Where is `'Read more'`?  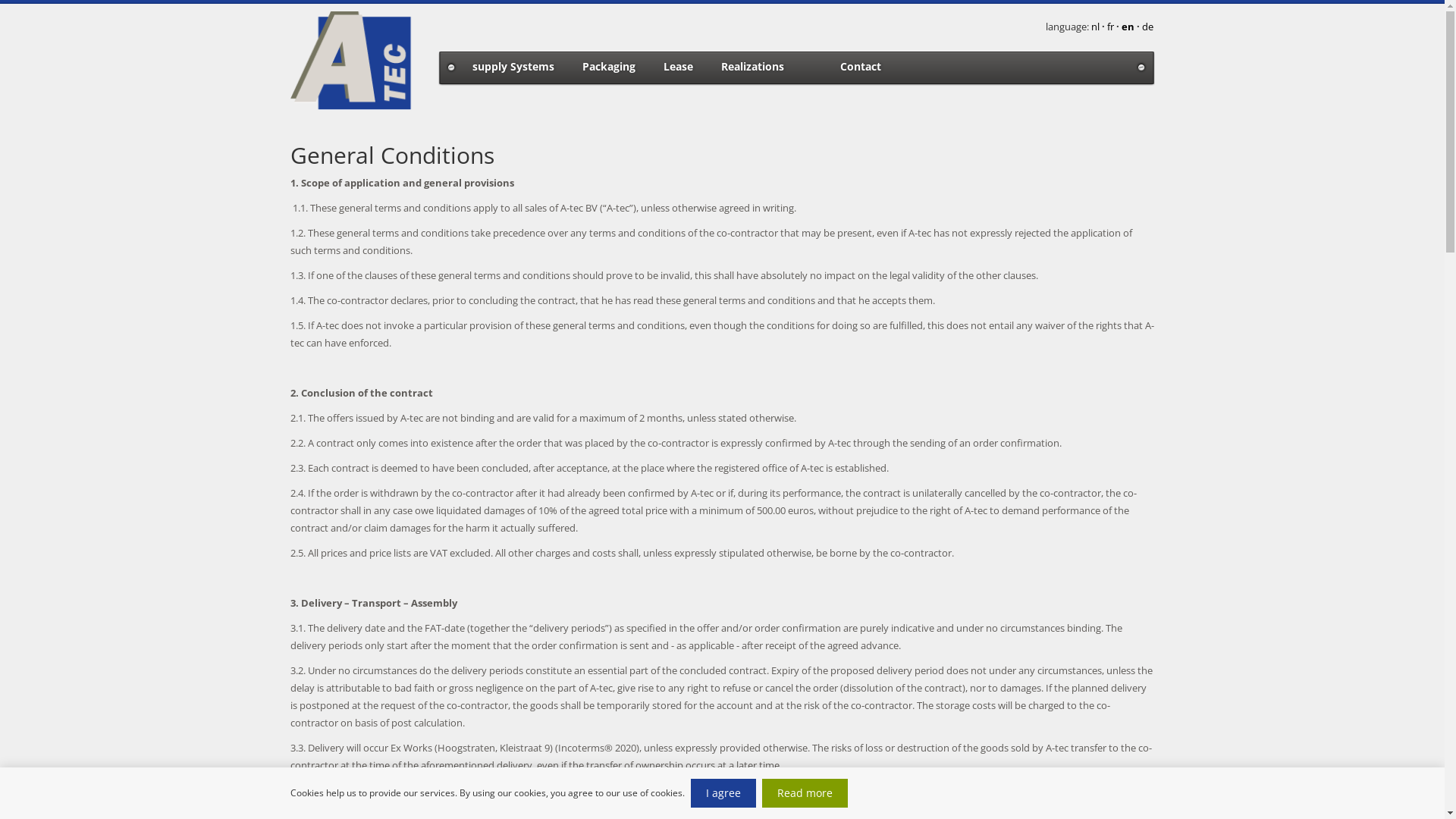
'Read more' is located at coordinates (761, 792).